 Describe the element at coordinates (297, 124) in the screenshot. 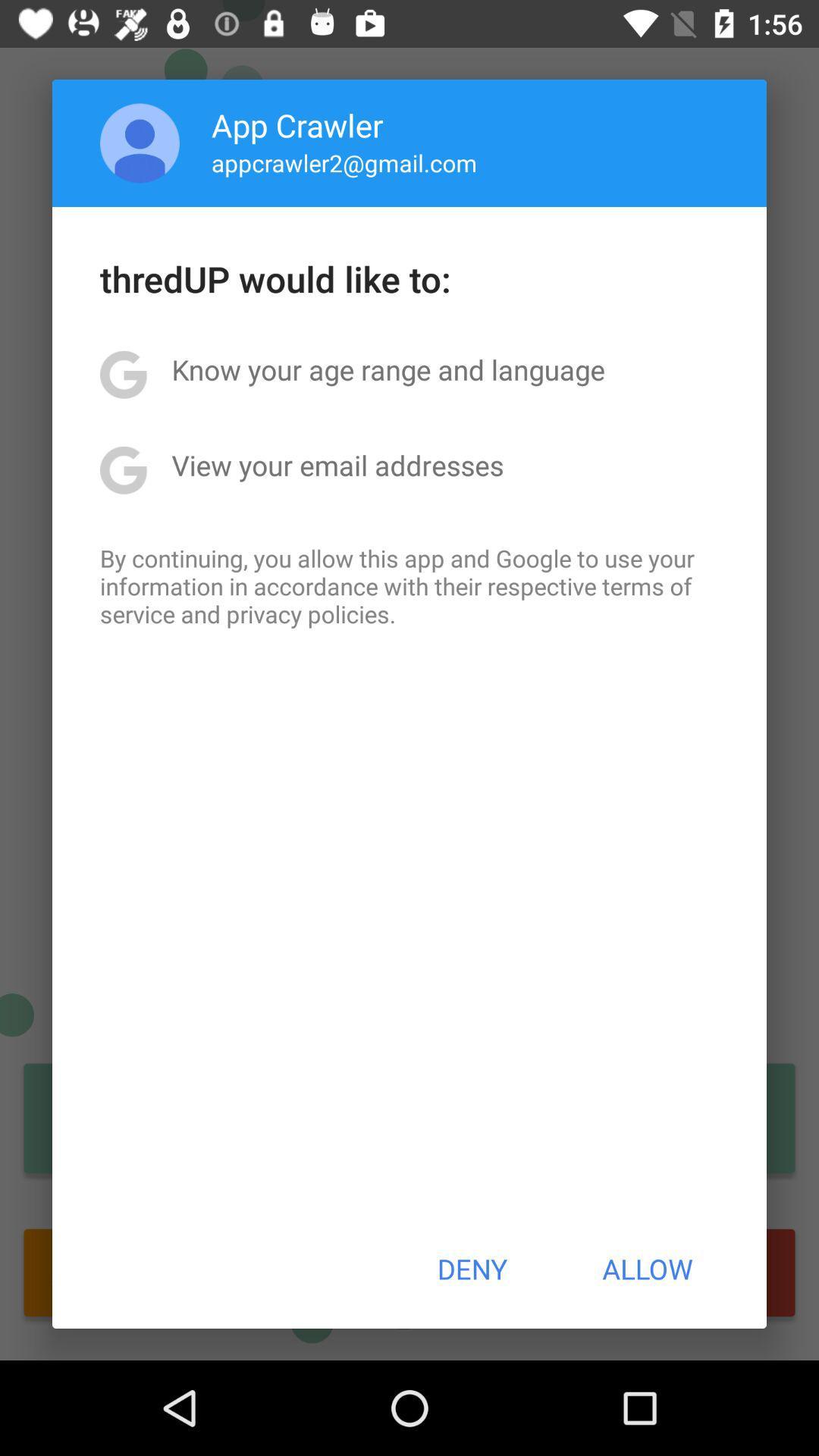

I see `app above appcrawler2@gmail.com icon` at that location.